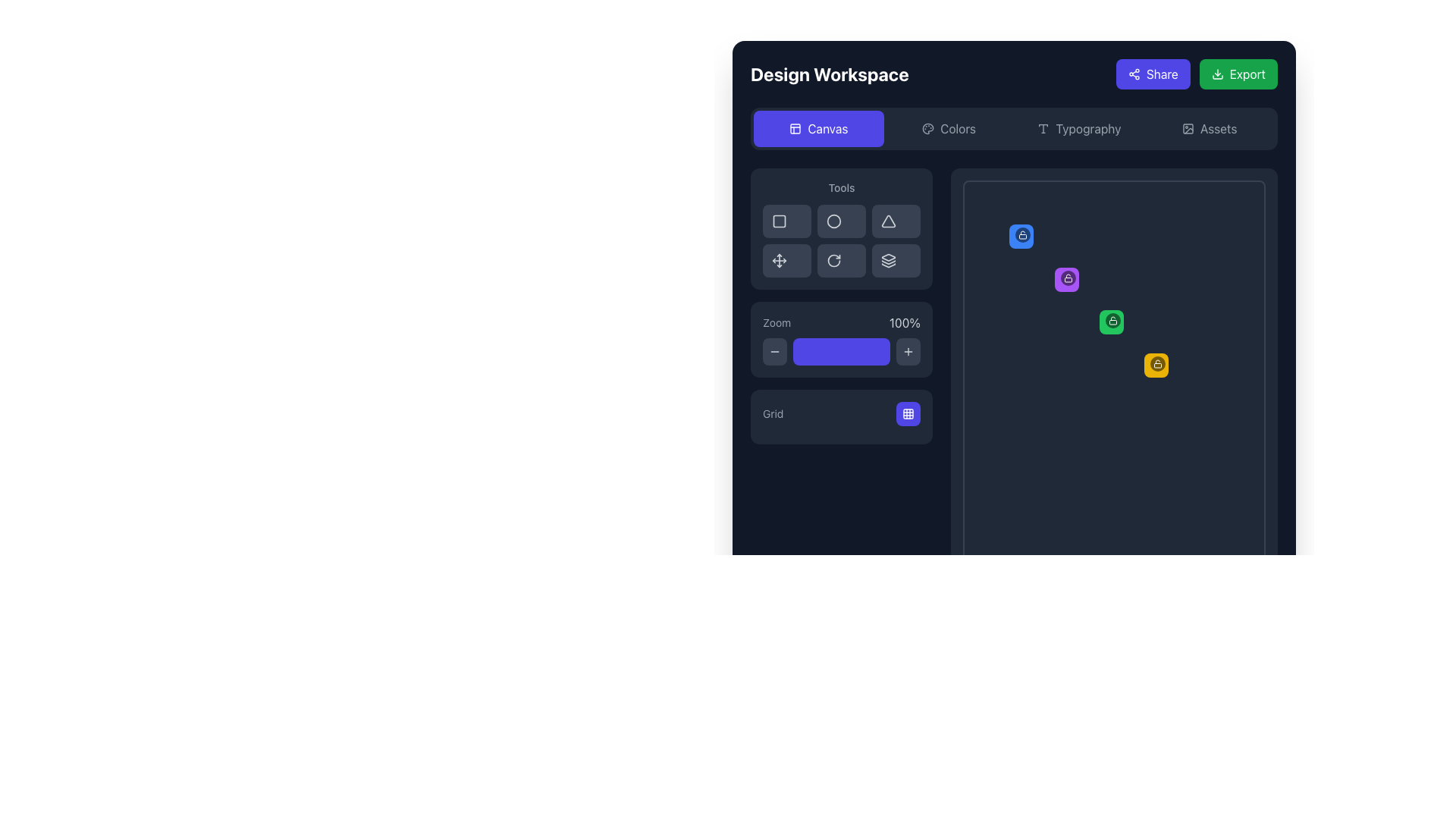 Image resolution: width=1456 pixels, height=819 pixels. Describe the element at coordinates (888, 221) in the screenshot. I see `the triangular icon outlined with a thick gray border located in the 'Tools' section of the sidebar` at that location.